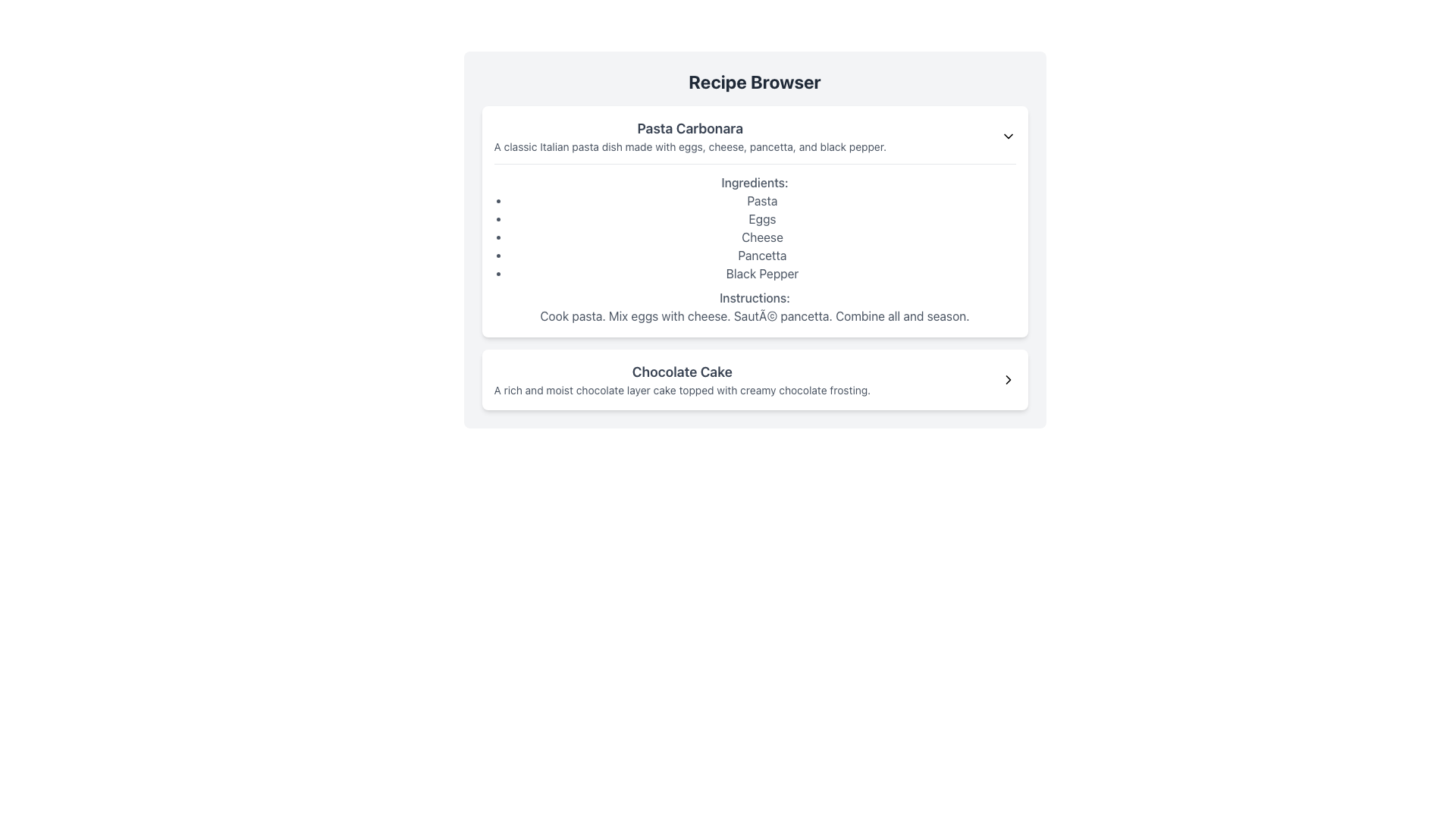  I want to click on the text label that indicates the instructions related to the recipe, positioned horizontally centered in the 'Ingredients and Instructions' section, so click(755, 298).